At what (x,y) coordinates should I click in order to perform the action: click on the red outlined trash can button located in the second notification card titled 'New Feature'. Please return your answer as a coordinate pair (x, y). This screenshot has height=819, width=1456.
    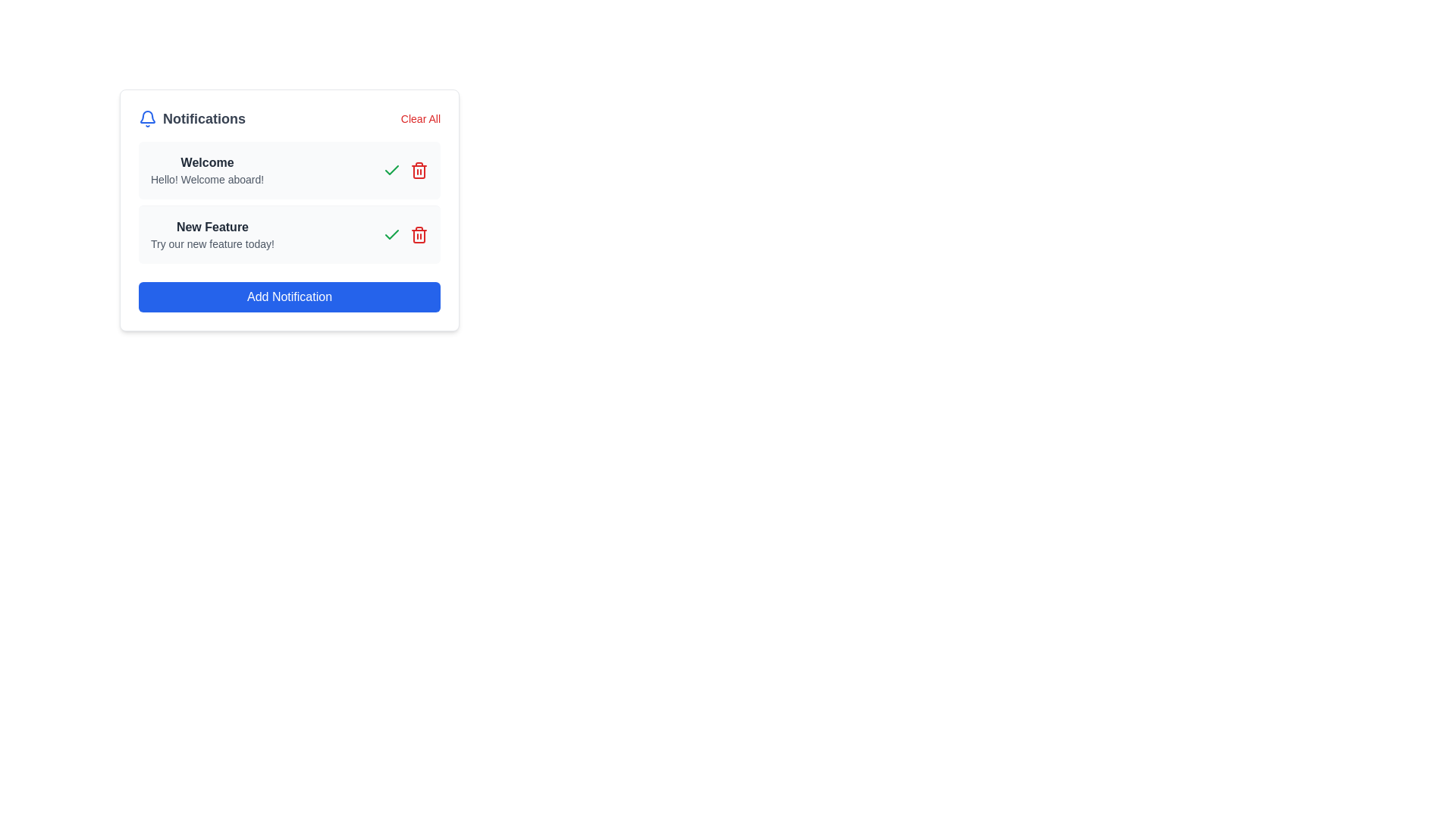
    Looking at the image, I should click on (419, 171).